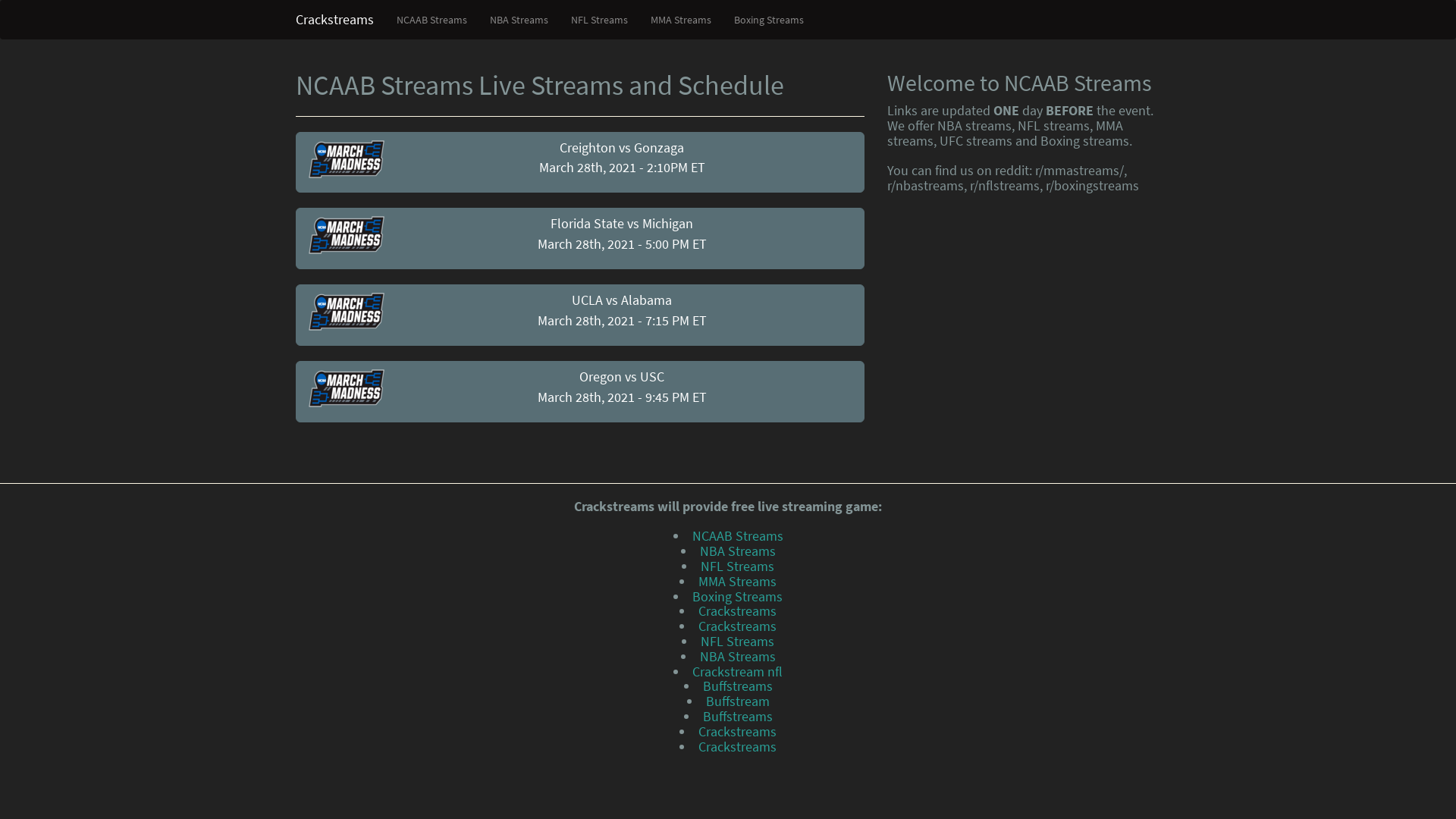  I want to click on 'Crackstreams', so click(737, 626).